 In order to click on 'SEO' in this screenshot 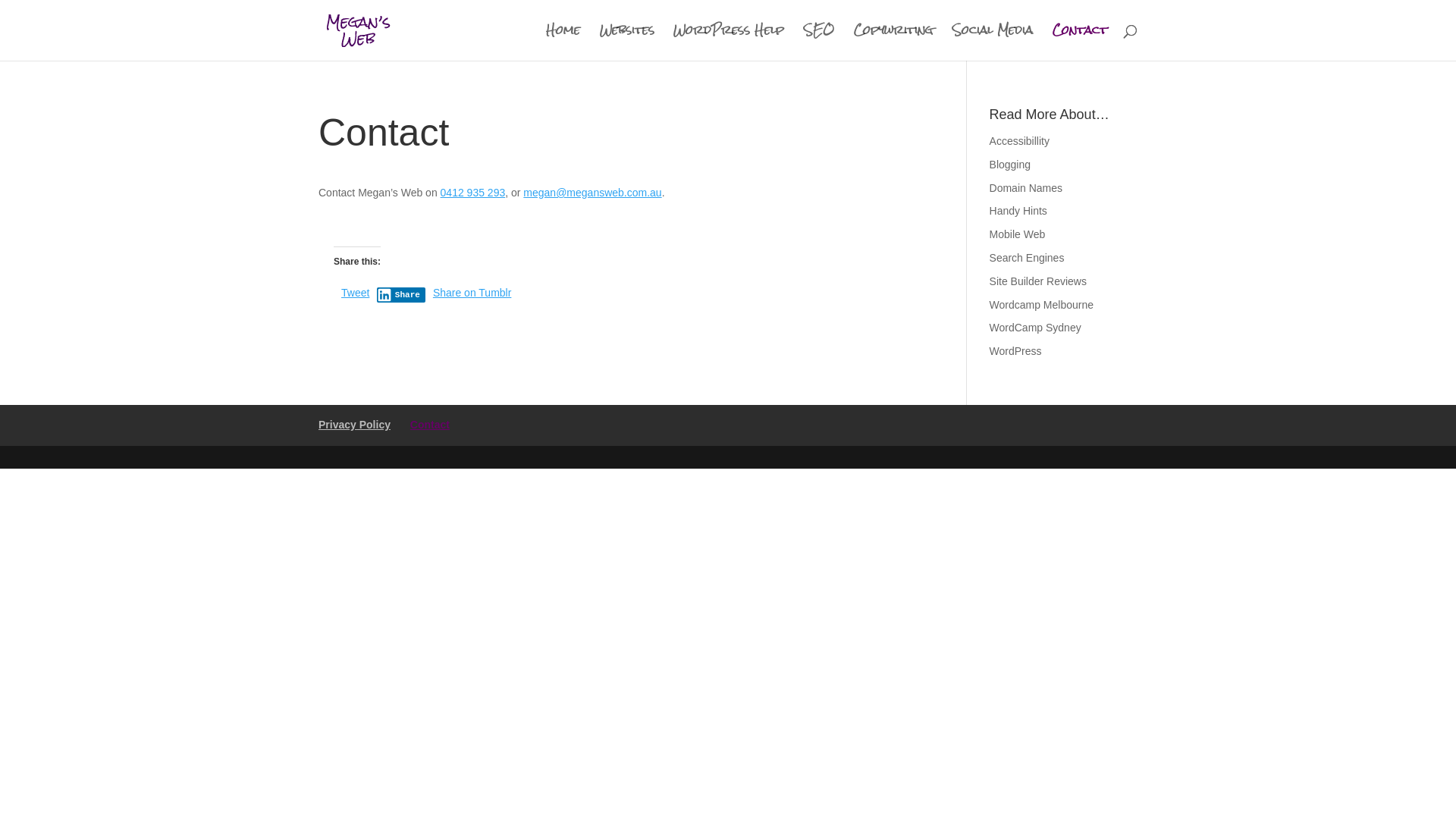, I will do `click(818, 42)`.